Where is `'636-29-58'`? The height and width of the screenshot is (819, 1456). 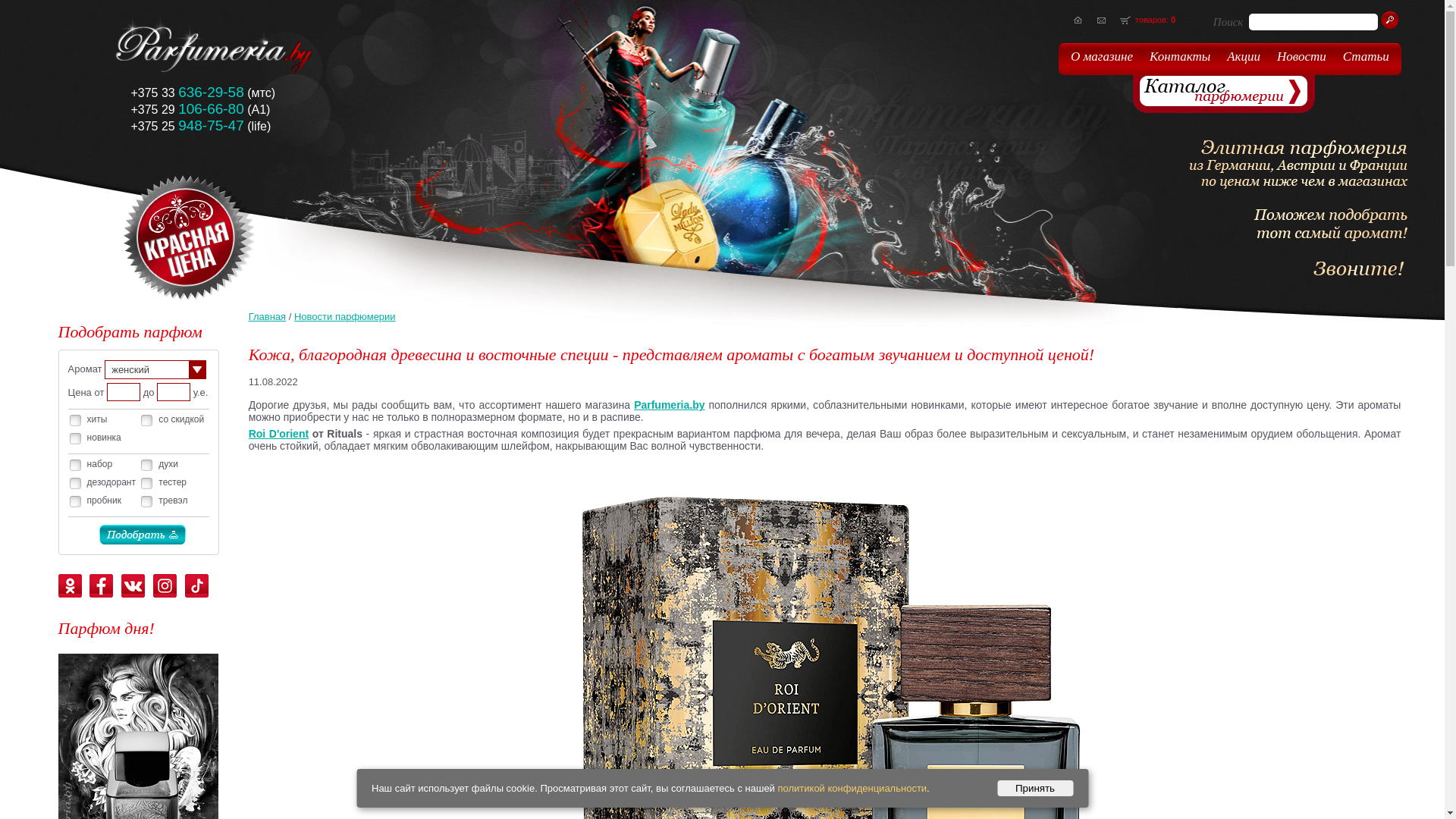
'636-29-58' is located at coordinates (210, 93).